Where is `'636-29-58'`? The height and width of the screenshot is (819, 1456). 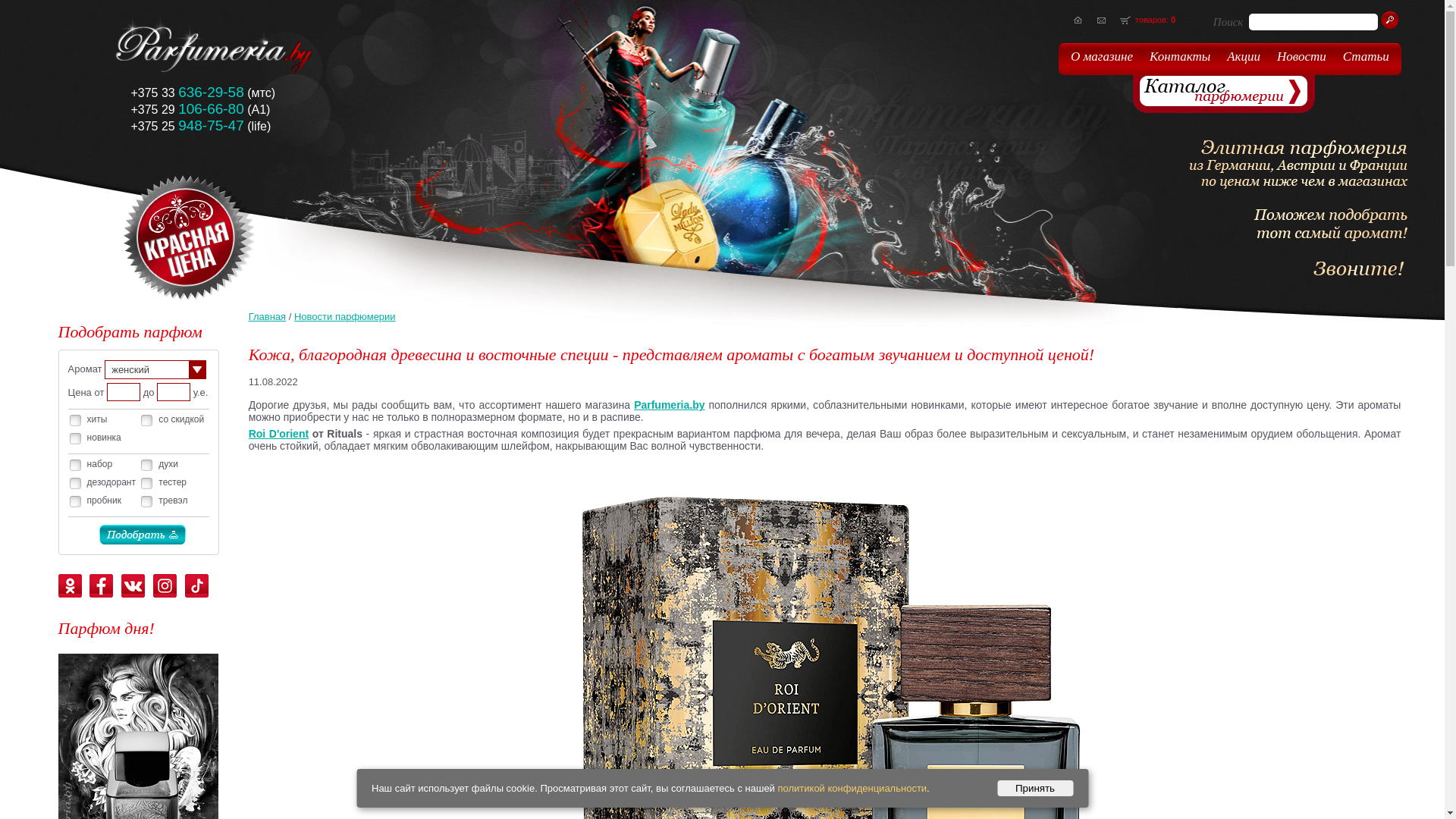
'636-29-58' is located at coordinates (210, 93).